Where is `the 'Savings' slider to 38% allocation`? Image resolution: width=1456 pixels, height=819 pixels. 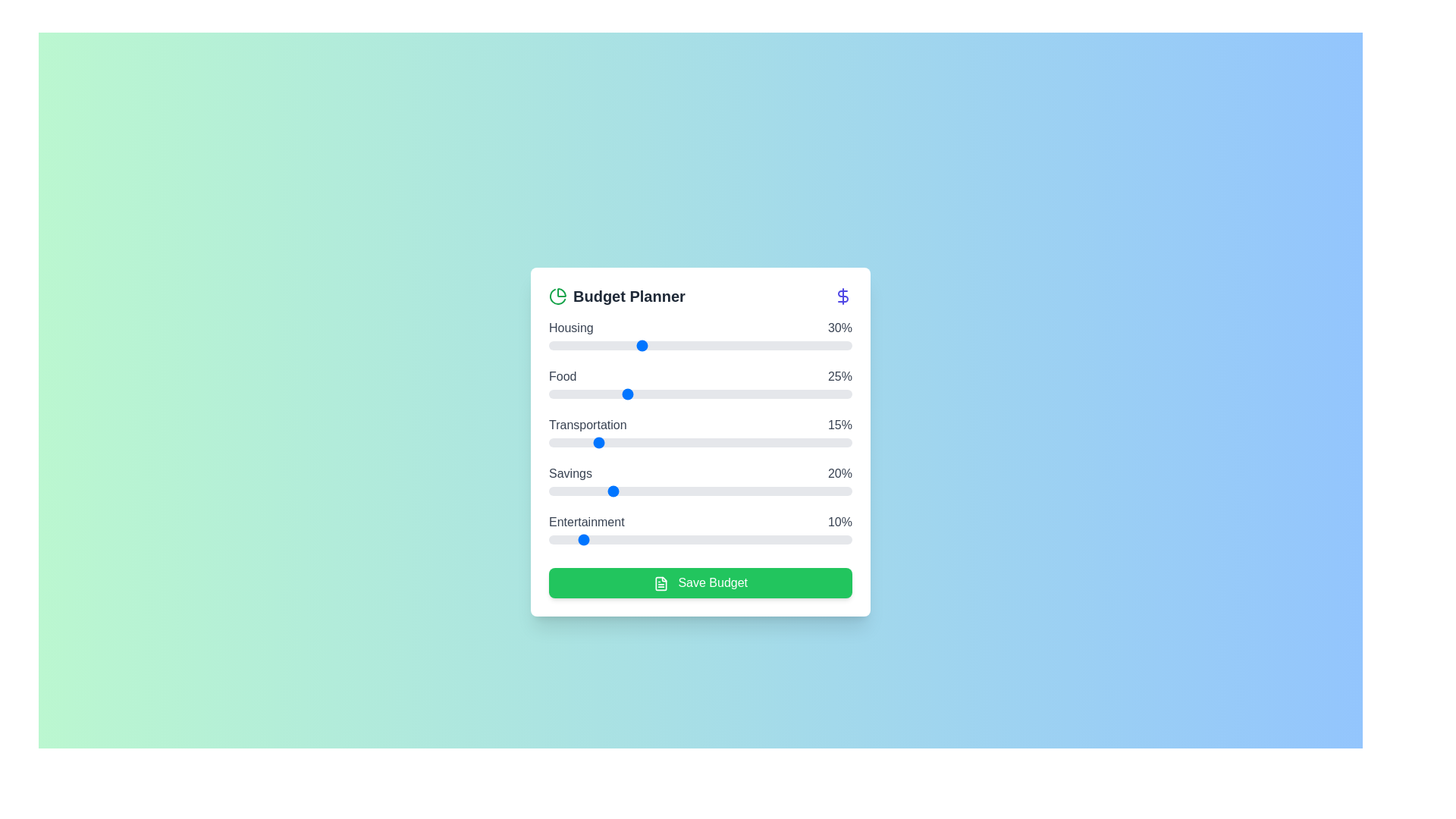 the 'Savings' slider to 38% allocation is located at coordinates (664, 491).